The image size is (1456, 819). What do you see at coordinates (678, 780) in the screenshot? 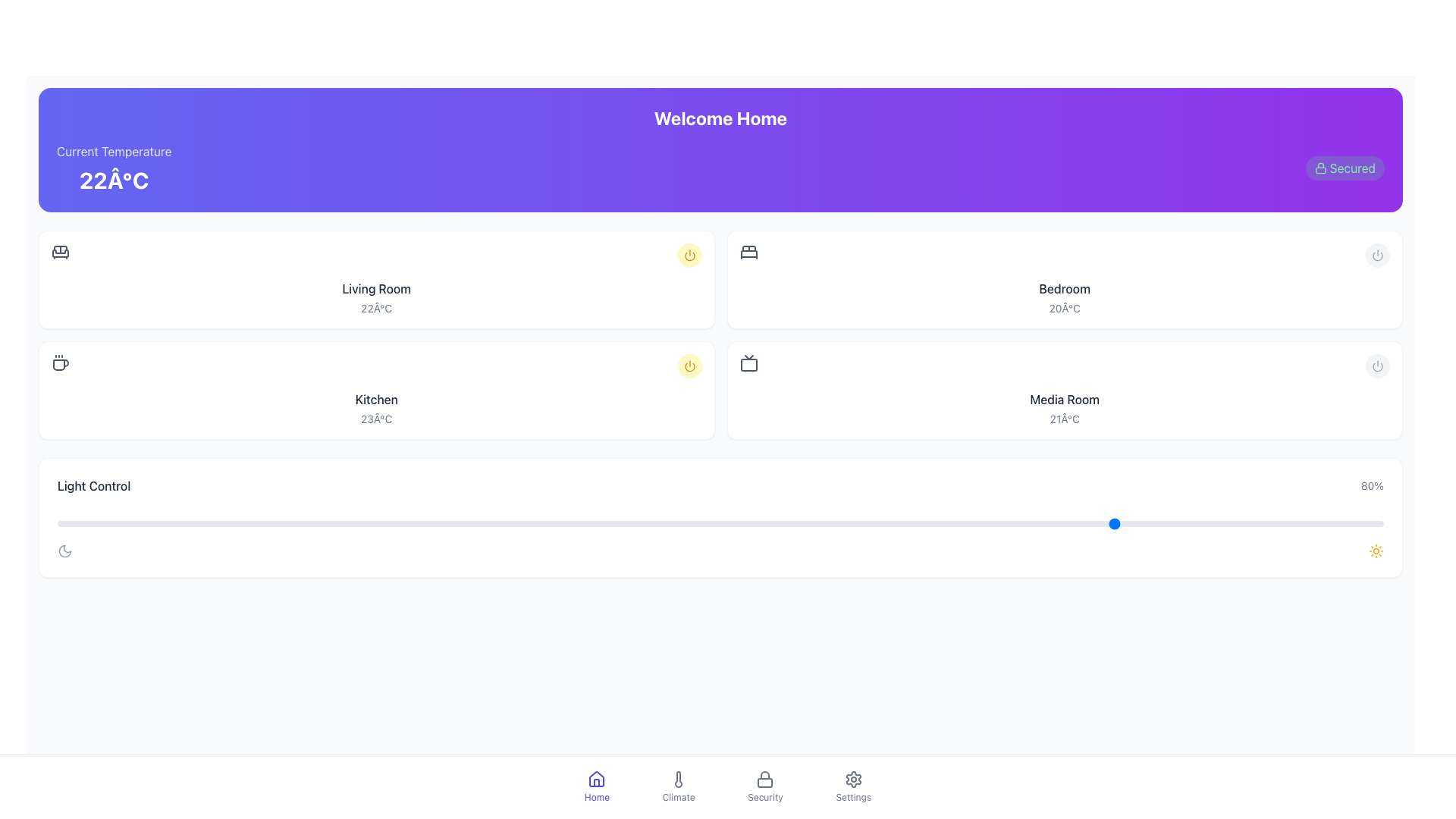
I see `the climate icon located in the bottom navigation bar under the label 'Climate'` at bounding box center [678, 780].